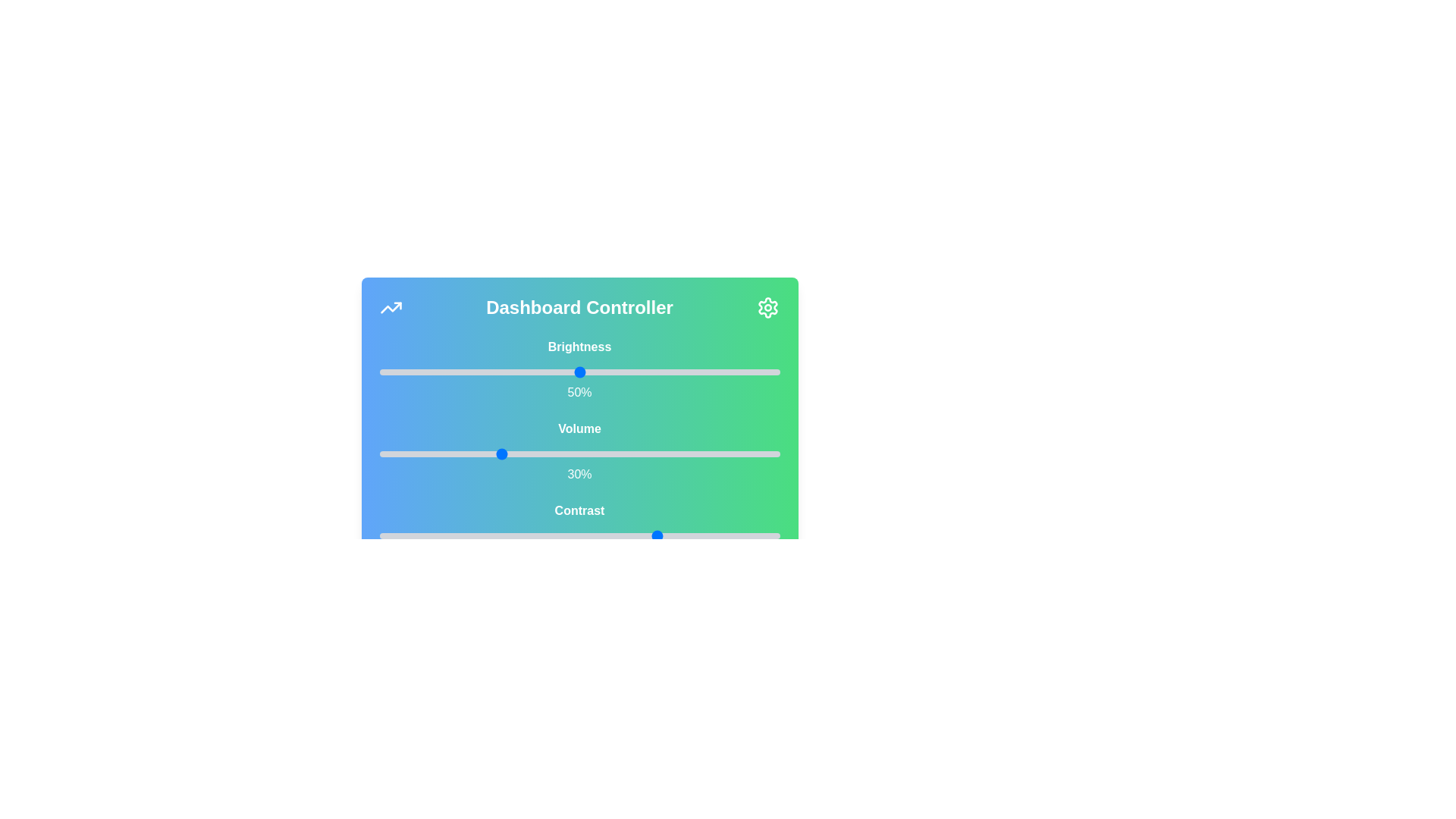 The height and width of the screenshot is (819, 1456). Describe the element at coordinates (426, 372) in the screenshot. I see `the brightness slider to 12%` at that location.